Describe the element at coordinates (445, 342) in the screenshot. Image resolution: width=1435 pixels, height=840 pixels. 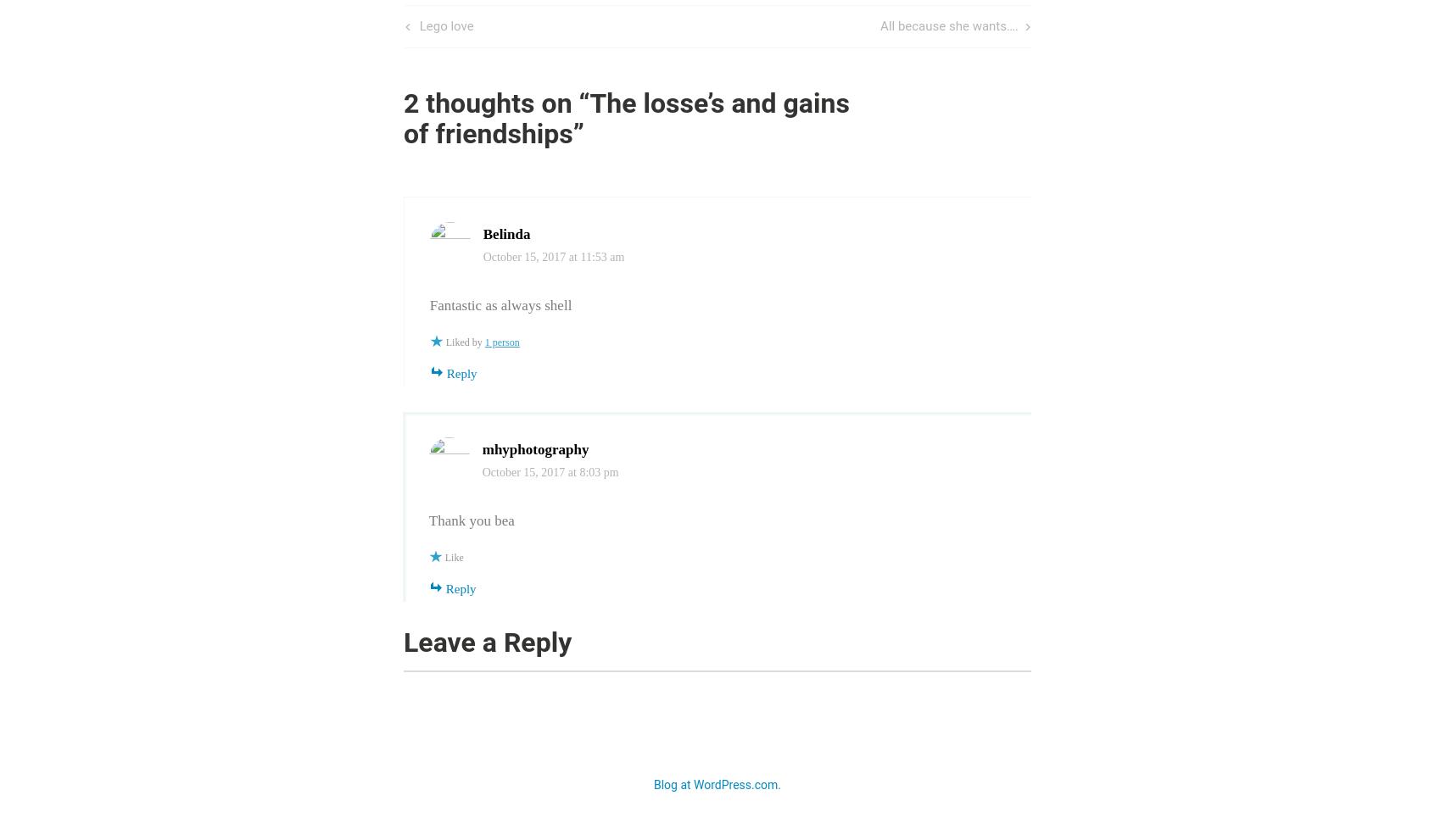
I see `'Liked by'` at that location.